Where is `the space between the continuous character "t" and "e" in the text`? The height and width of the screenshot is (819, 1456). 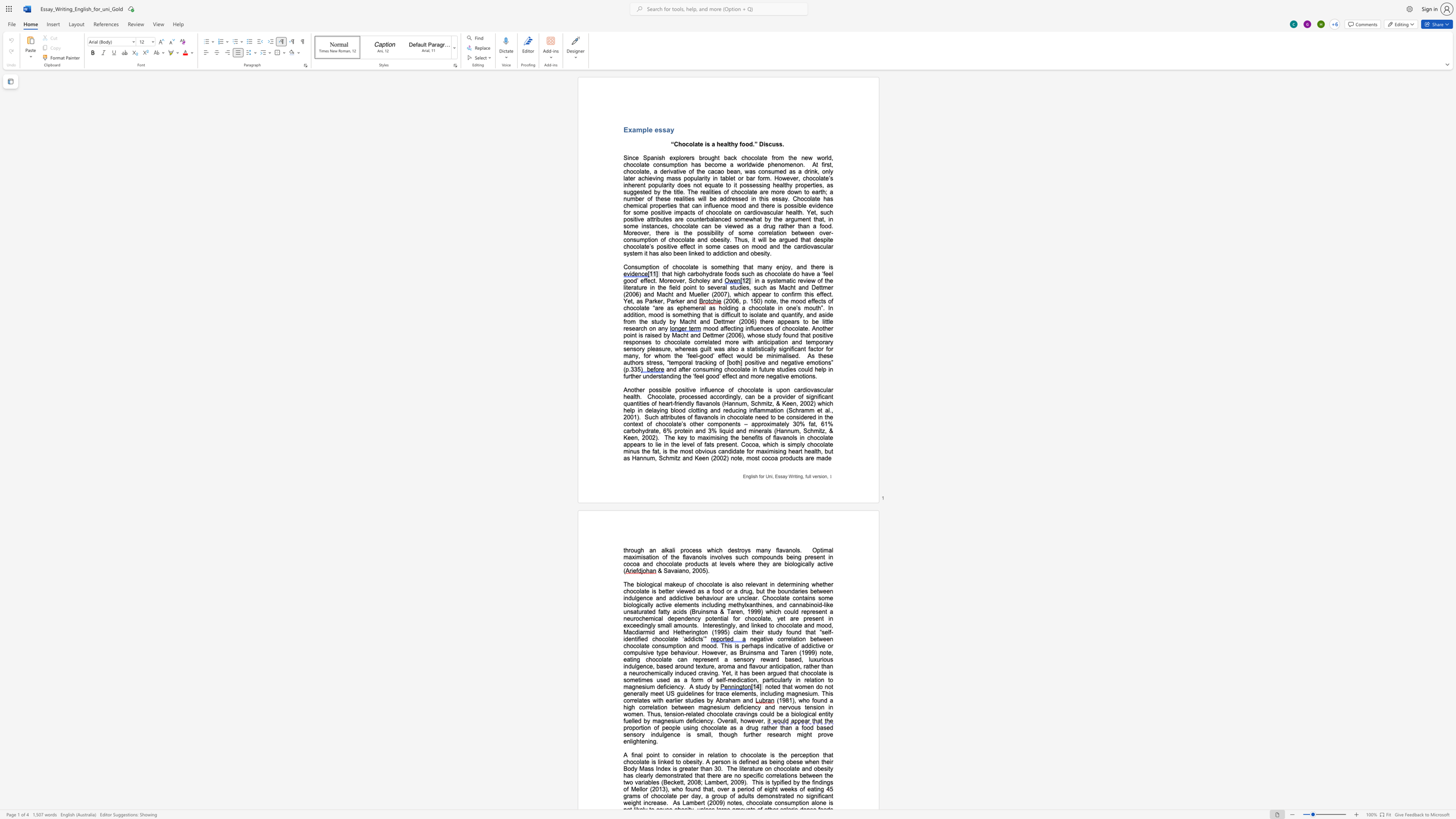
the space between the continuous character "t" and "e" in the text is located at coordinates (762, 754).